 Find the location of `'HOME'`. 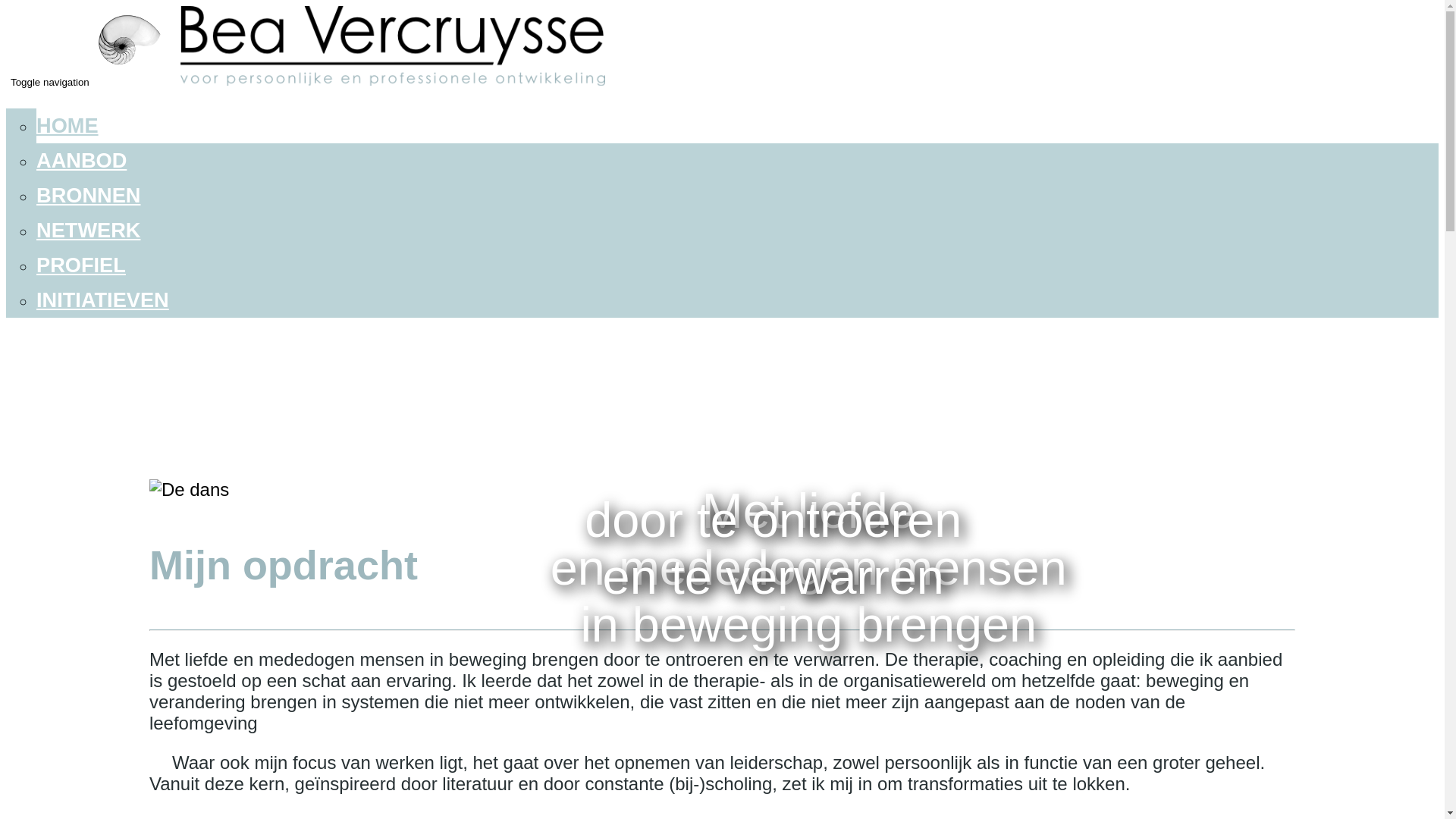

'HOME' is located at coordinates (36, 124).